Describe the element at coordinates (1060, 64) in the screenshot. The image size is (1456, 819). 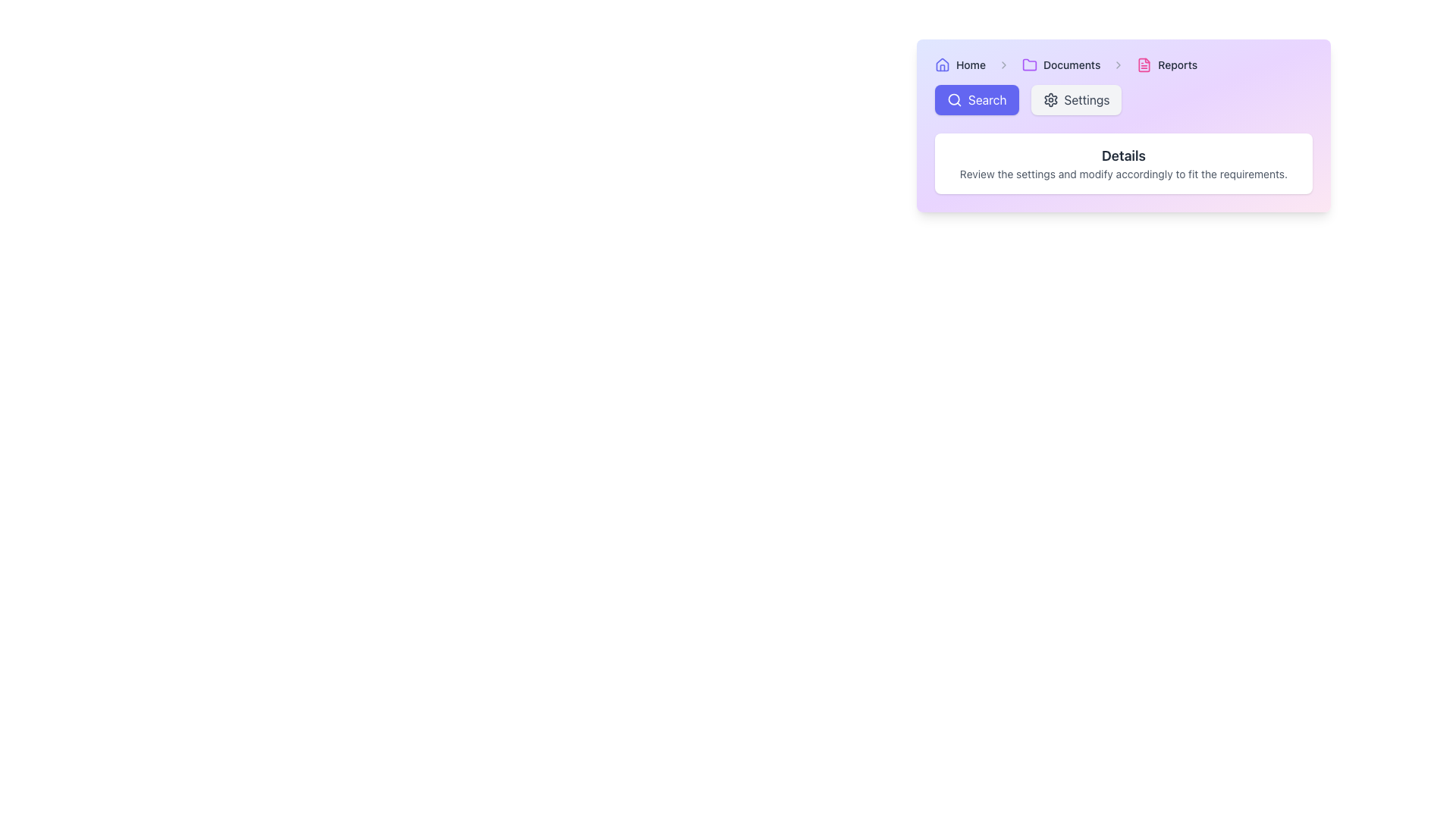
I see `the 'Documents' Breadcrumb item, which is the second item in the navigation breadcrumb bar, located between 'Home' and 'Reports', to receive tooltip or highlight feedback` at that location.